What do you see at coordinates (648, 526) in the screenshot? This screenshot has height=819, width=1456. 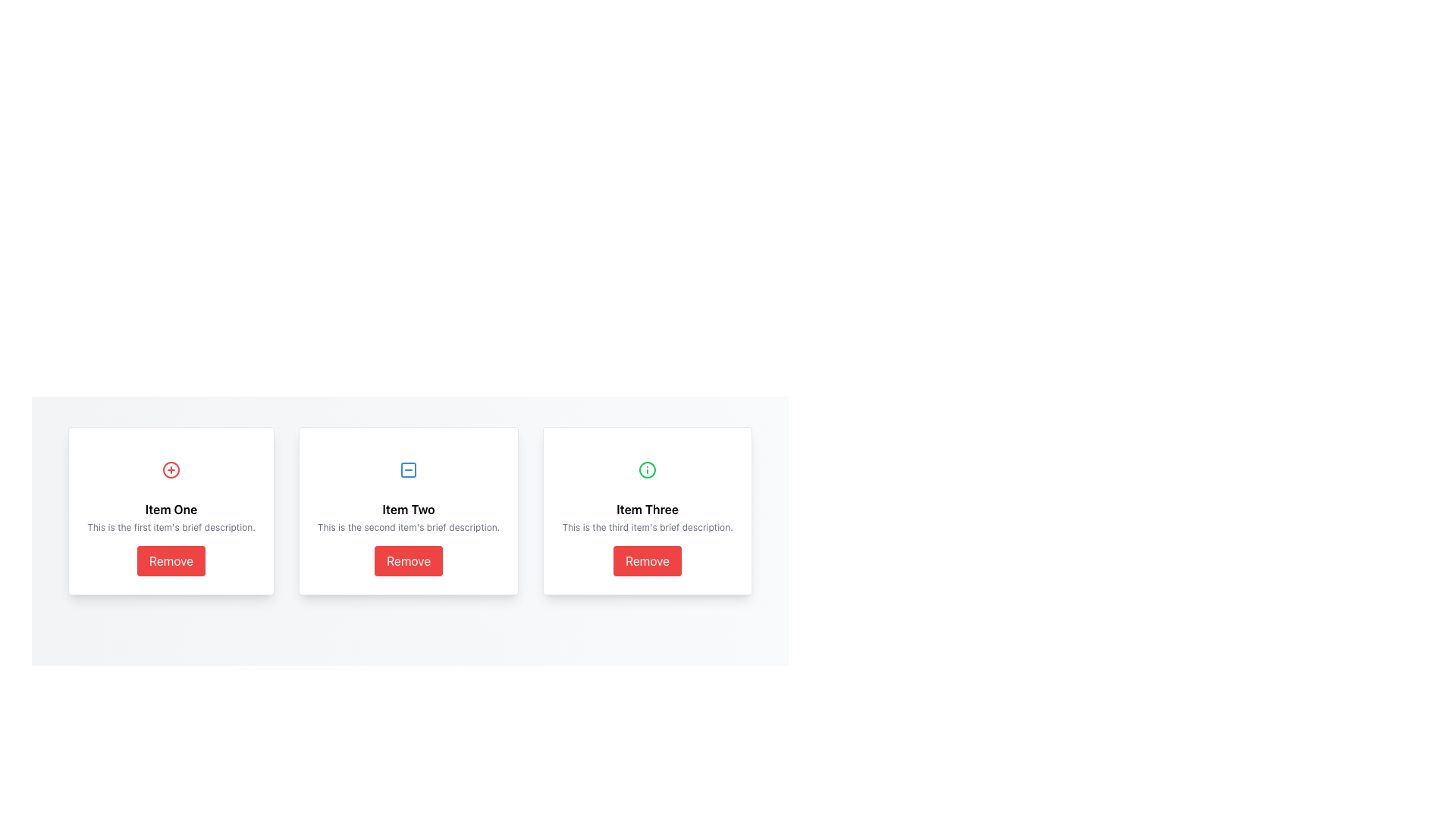 I see `descriptive text located in the third card, positioned below 'Item Three' and above the red 'Remove' button` at bounding box center [648, 526].